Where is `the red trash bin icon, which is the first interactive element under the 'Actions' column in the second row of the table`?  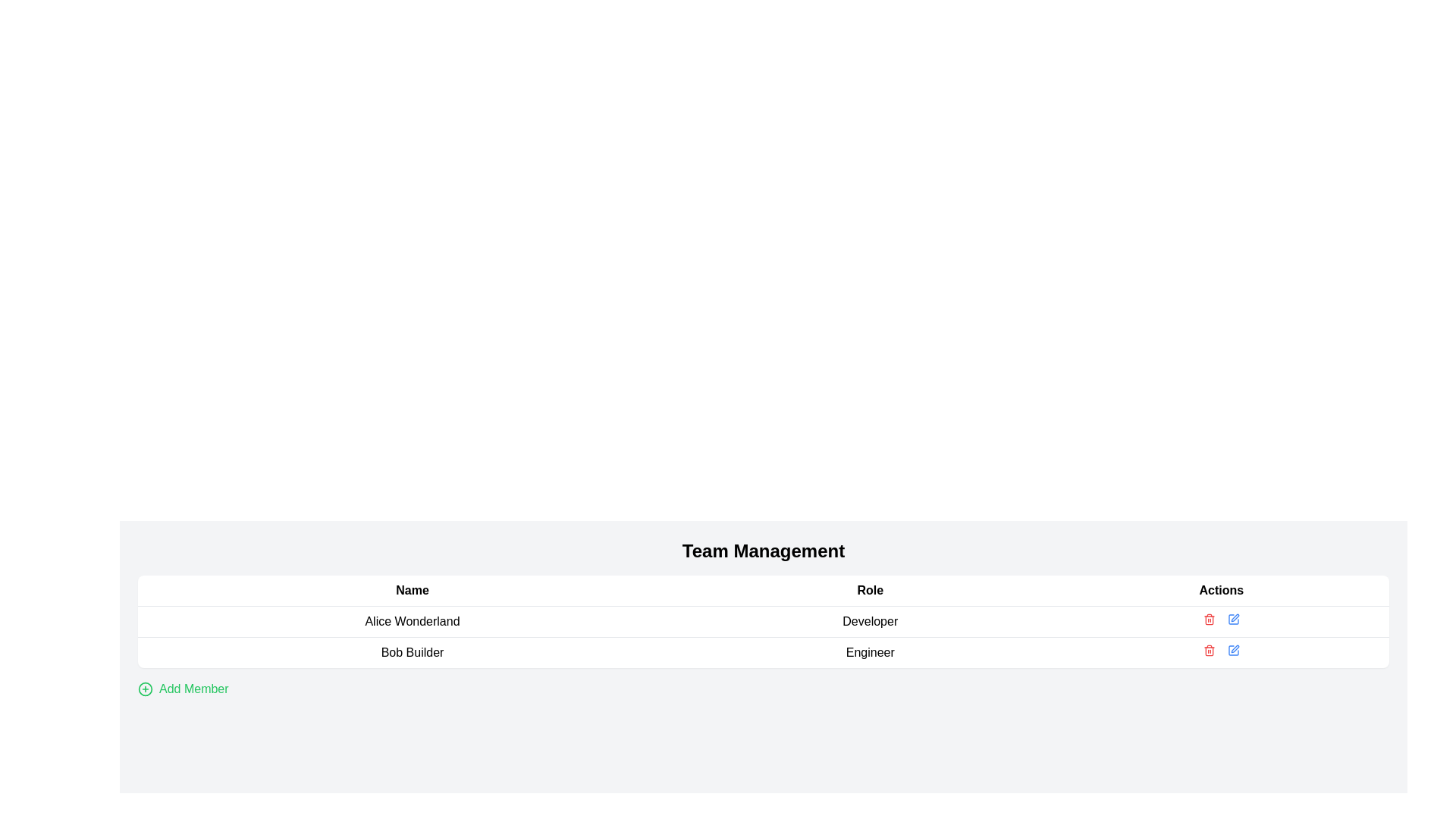 the red trash bin icon, which is the first interactive element under the 'Actions' column in the second row of the table is located at coordinates (1208, 649).